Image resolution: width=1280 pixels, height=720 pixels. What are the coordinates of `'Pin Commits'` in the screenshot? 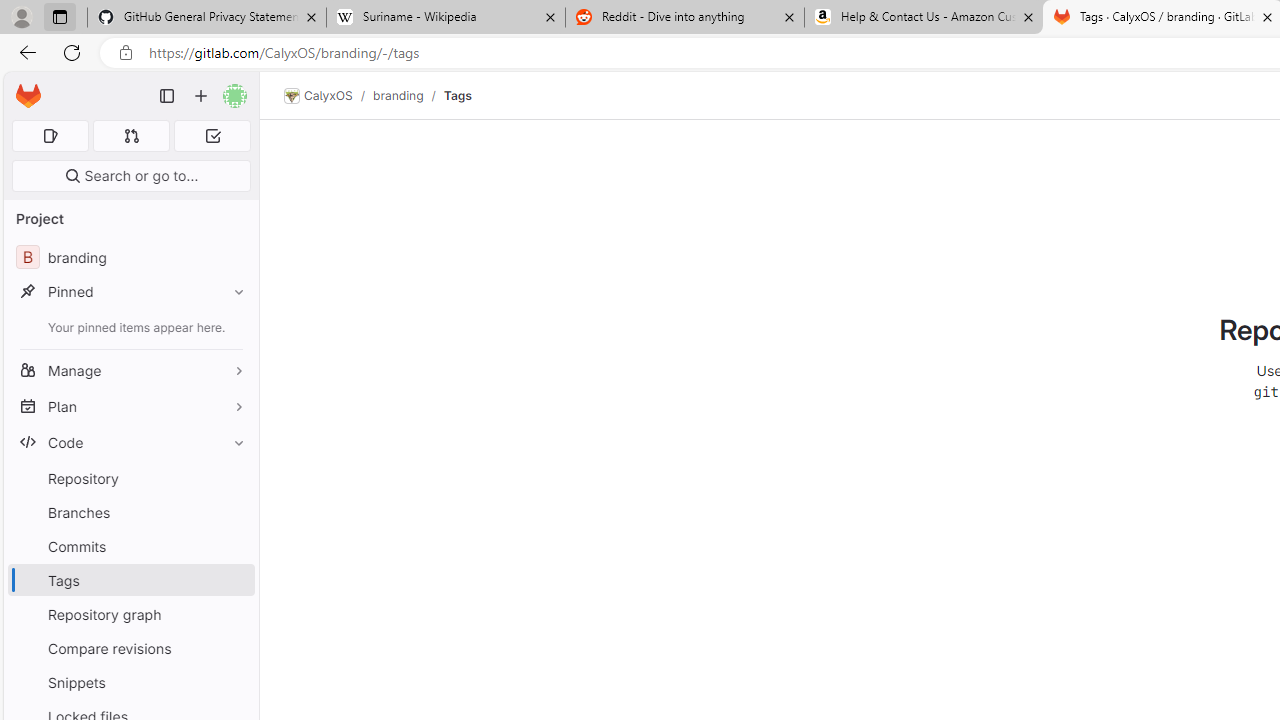 It's located at (234, 546).